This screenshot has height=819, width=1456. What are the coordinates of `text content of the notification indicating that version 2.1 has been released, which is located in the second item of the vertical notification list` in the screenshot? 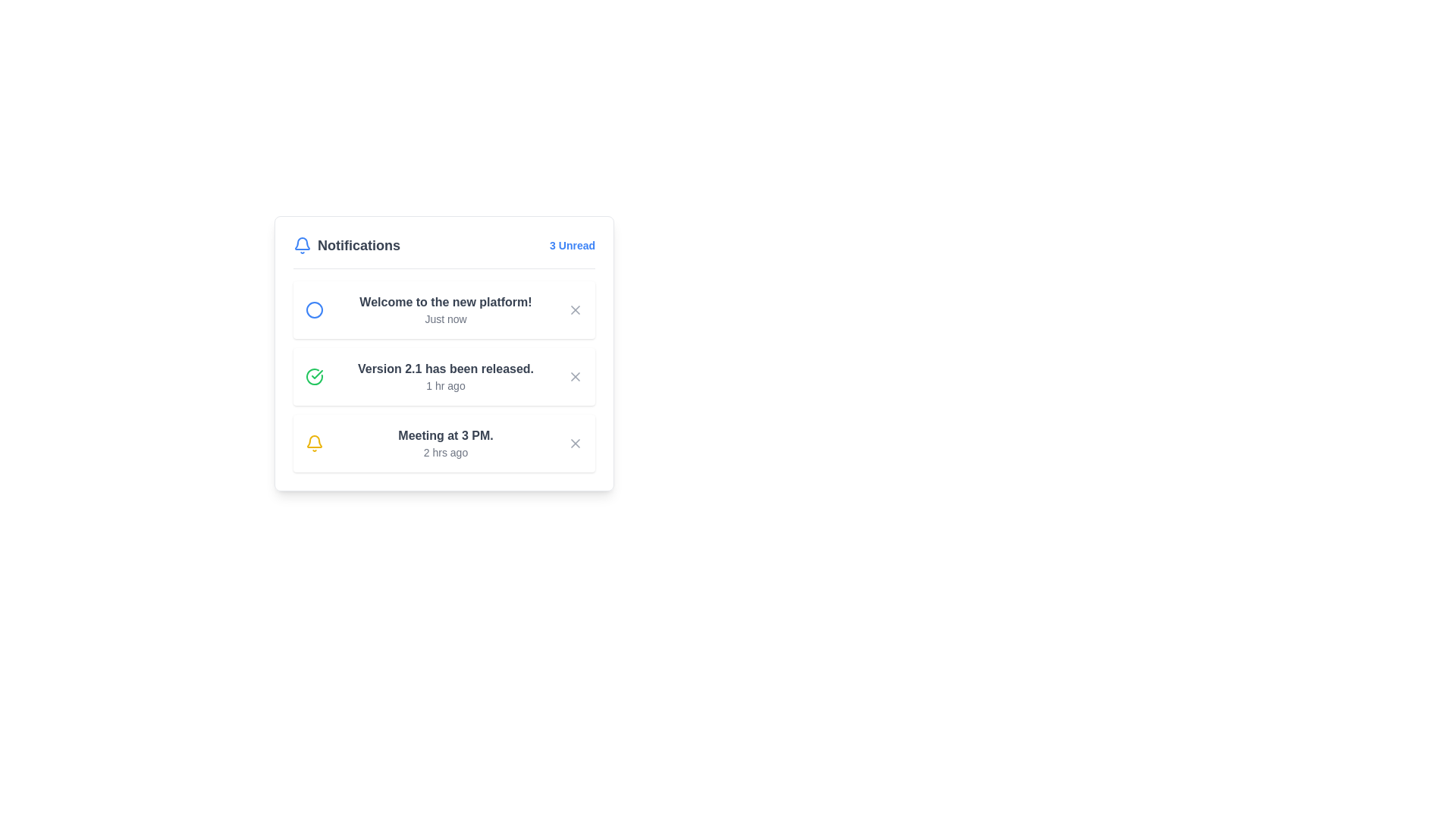 It's located at (445, 369).